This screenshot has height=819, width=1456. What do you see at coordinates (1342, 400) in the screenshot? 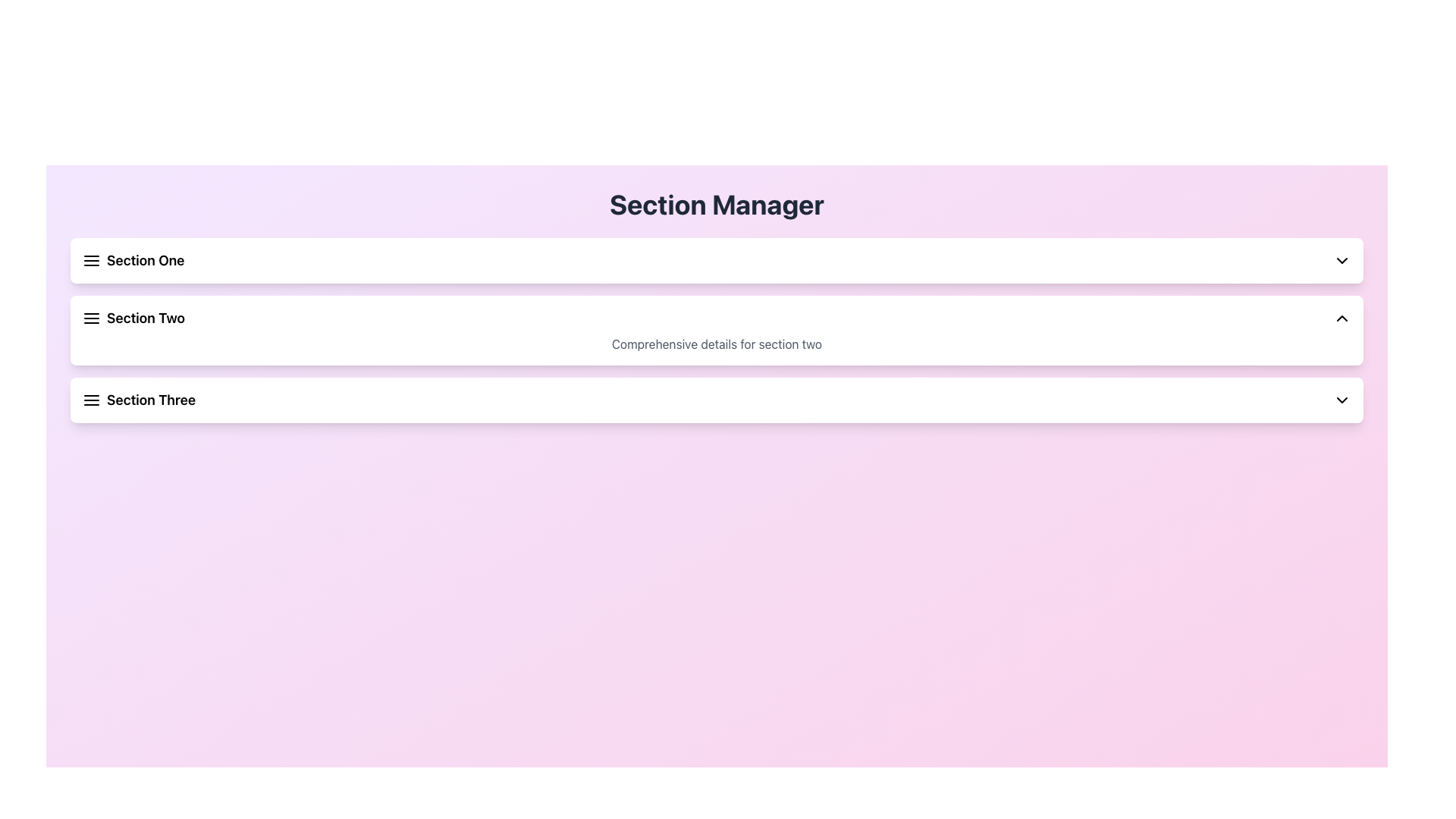
I see `the small downward-pointing chevron icon on the far right of the 'Section Three' accordion header` at bounding box center [1342, 400].